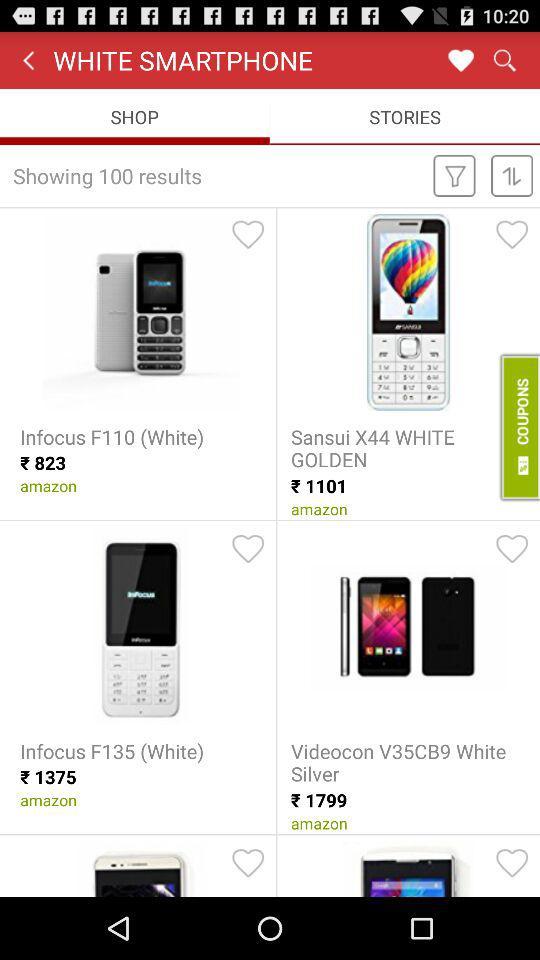  What do you see at coordinates (248, 234) in the screenshot?
I see `product as favorite` at bounding box center [248, 234].